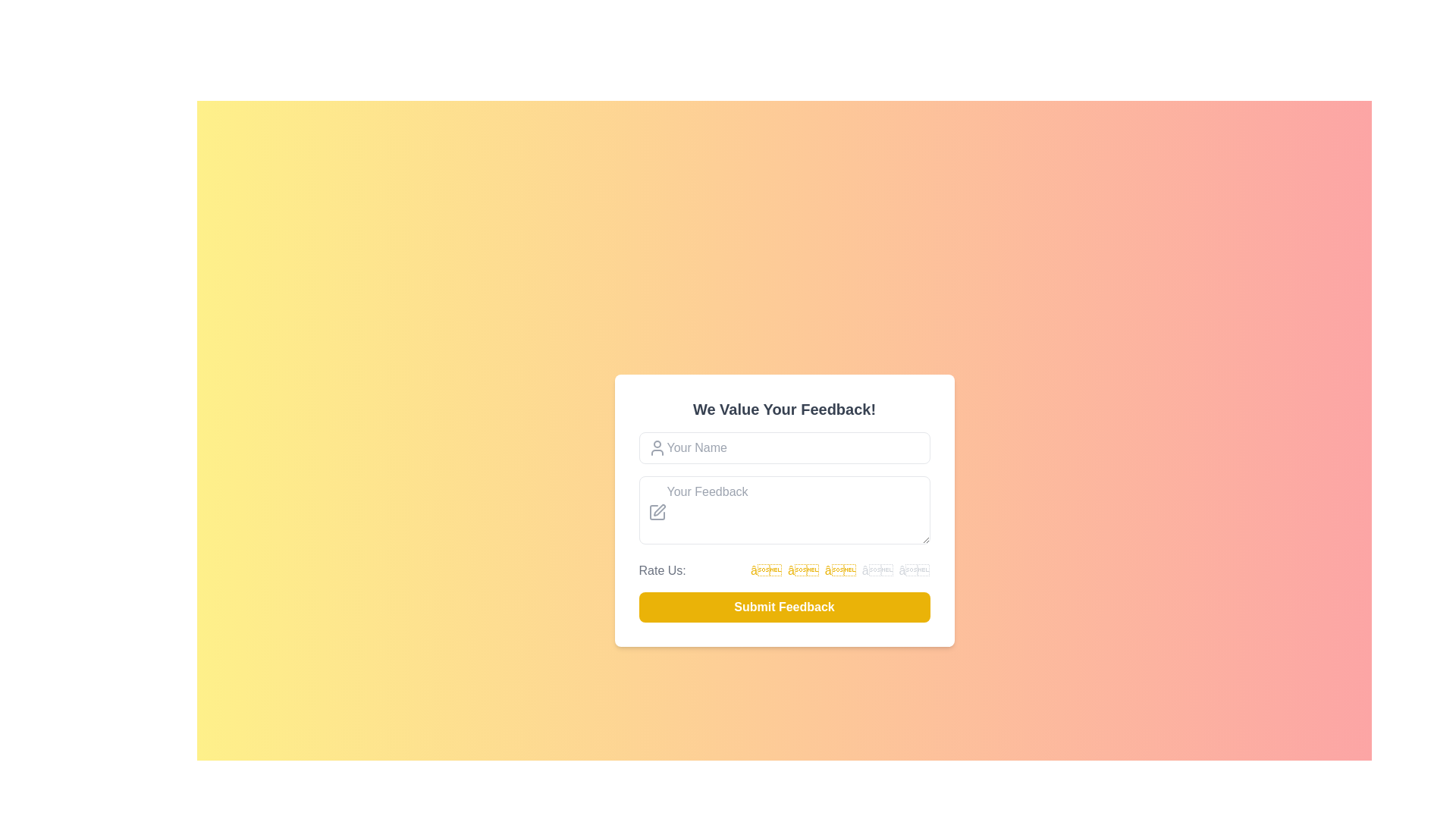  I want to click on the fifth star rating button under the label 'Rate Us:' in the feedback form, so click(914, 570).